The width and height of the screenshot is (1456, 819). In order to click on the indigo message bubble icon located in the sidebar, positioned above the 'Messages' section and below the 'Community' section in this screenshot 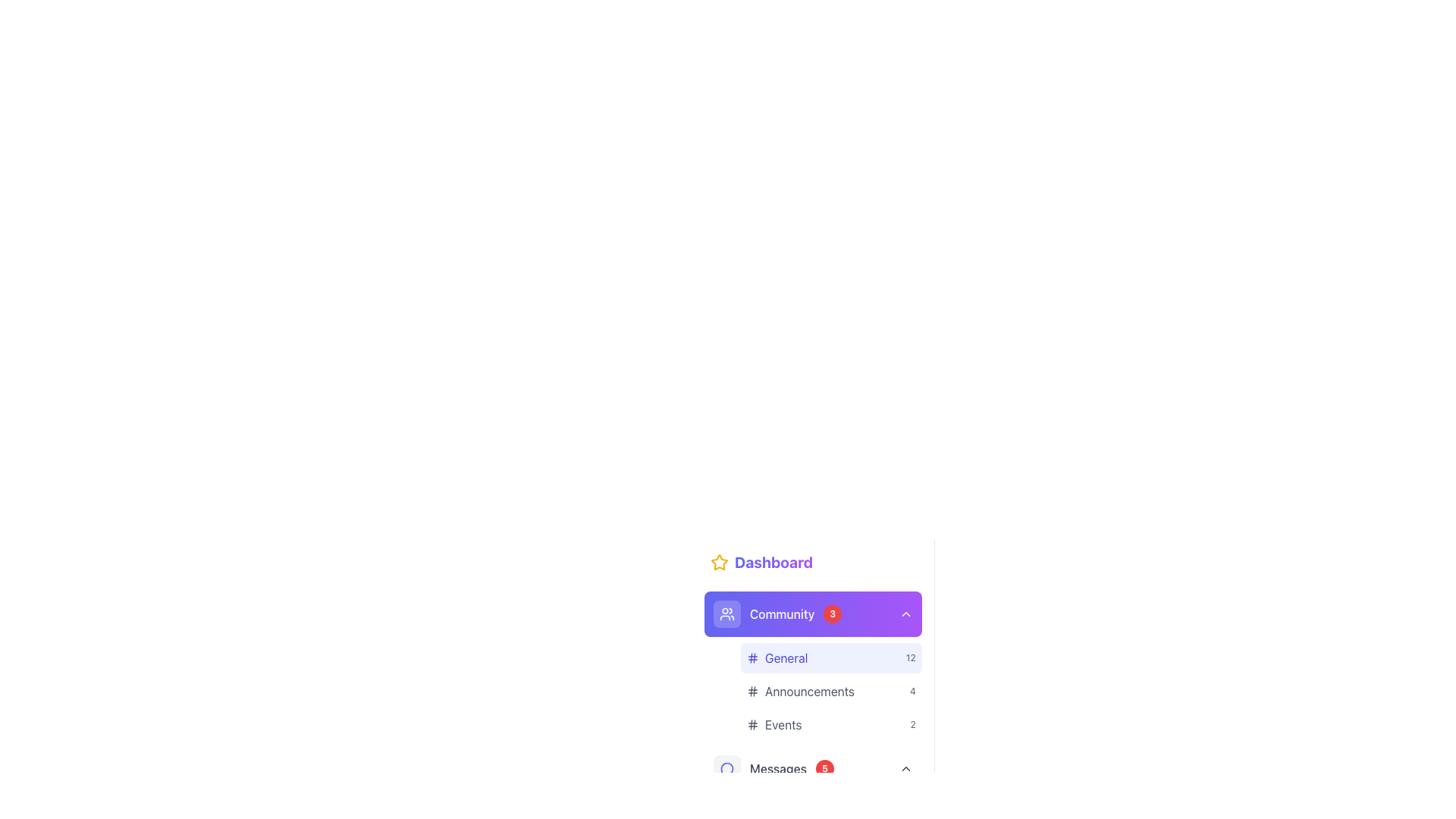, I will do `click(726, 769)`.